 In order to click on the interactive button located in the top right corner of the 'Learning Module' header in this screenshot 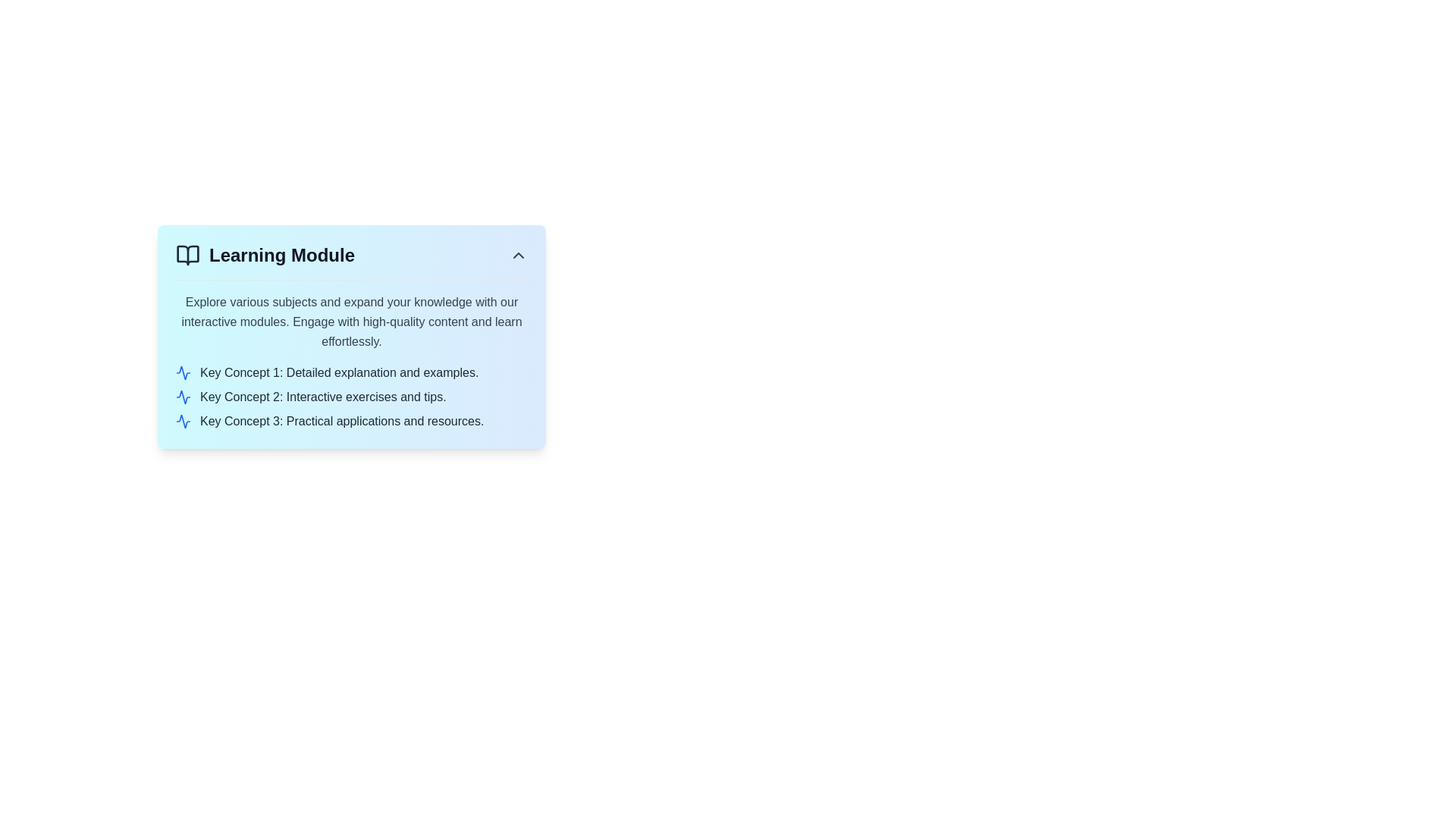, I will do `click(519, 254)`.